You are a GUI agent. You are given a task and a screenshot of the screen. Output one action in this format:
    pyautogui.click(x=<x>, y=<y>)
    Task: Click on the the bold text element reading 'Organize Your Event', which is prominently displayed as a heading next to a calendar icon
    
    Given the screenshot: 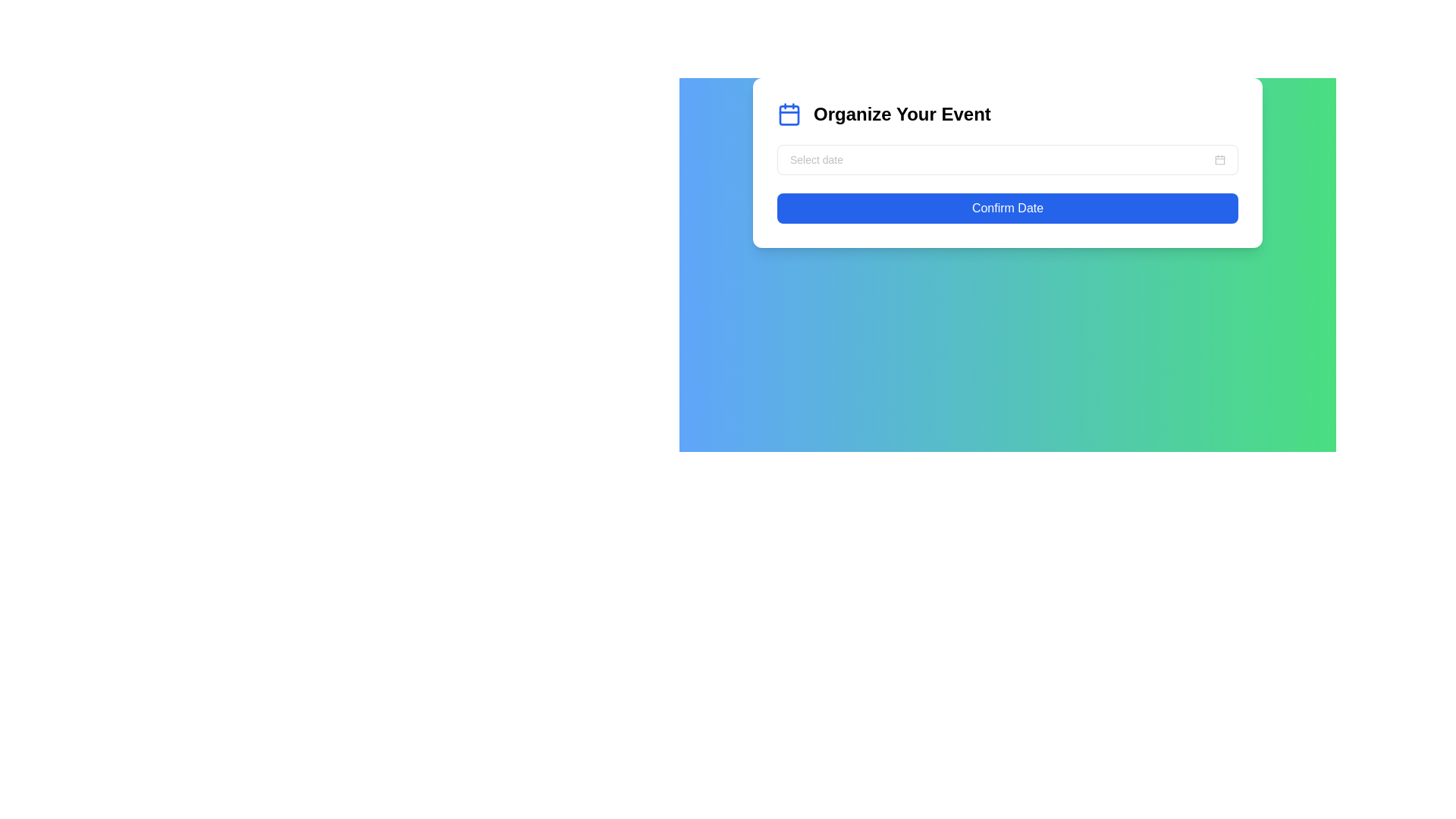 What is the action you would take?
    pyautogui.click(x=902, y=113)
    